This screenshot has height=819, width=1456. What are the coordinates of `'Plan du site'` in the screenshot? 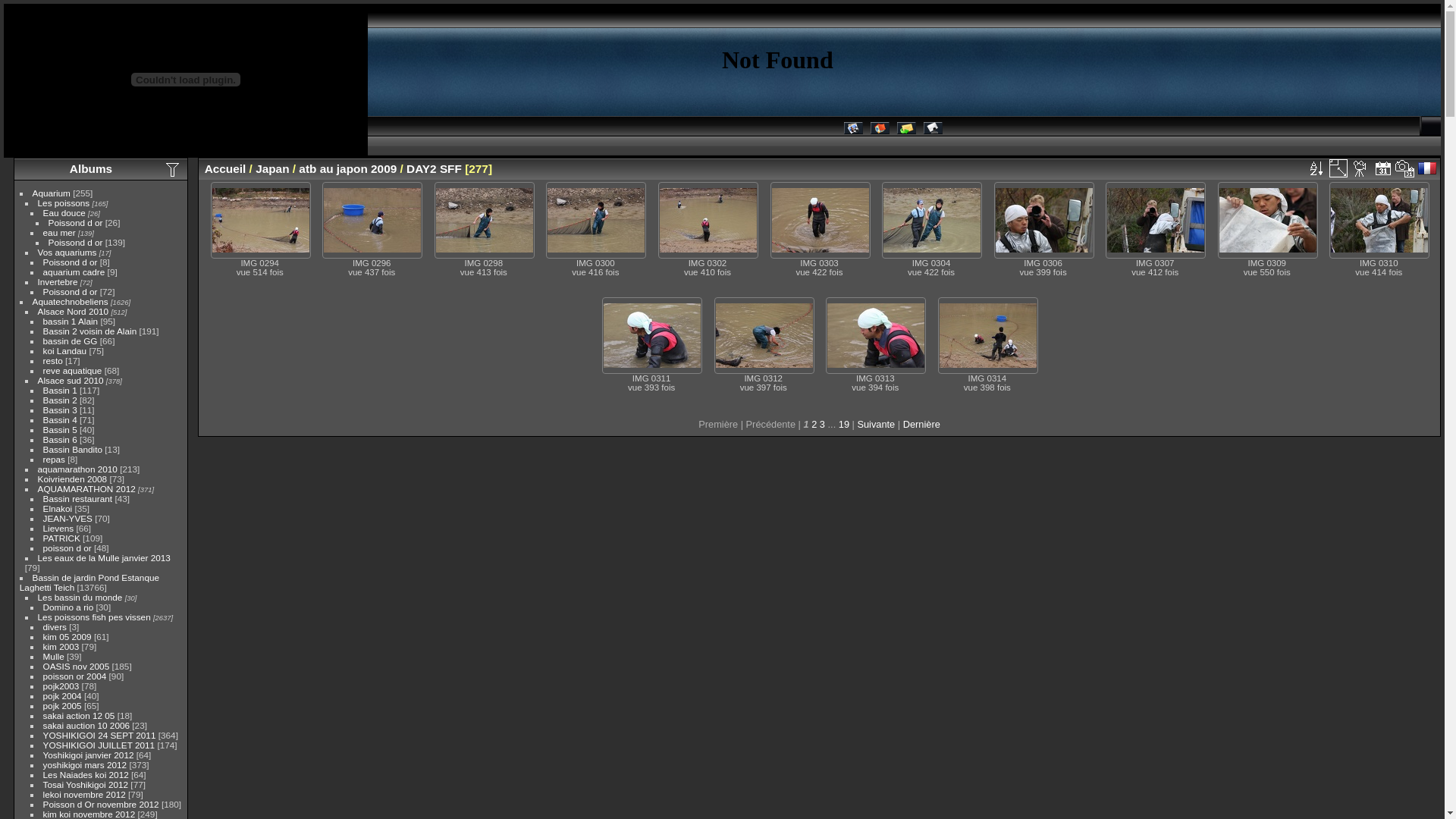 It's located at (932, 130).